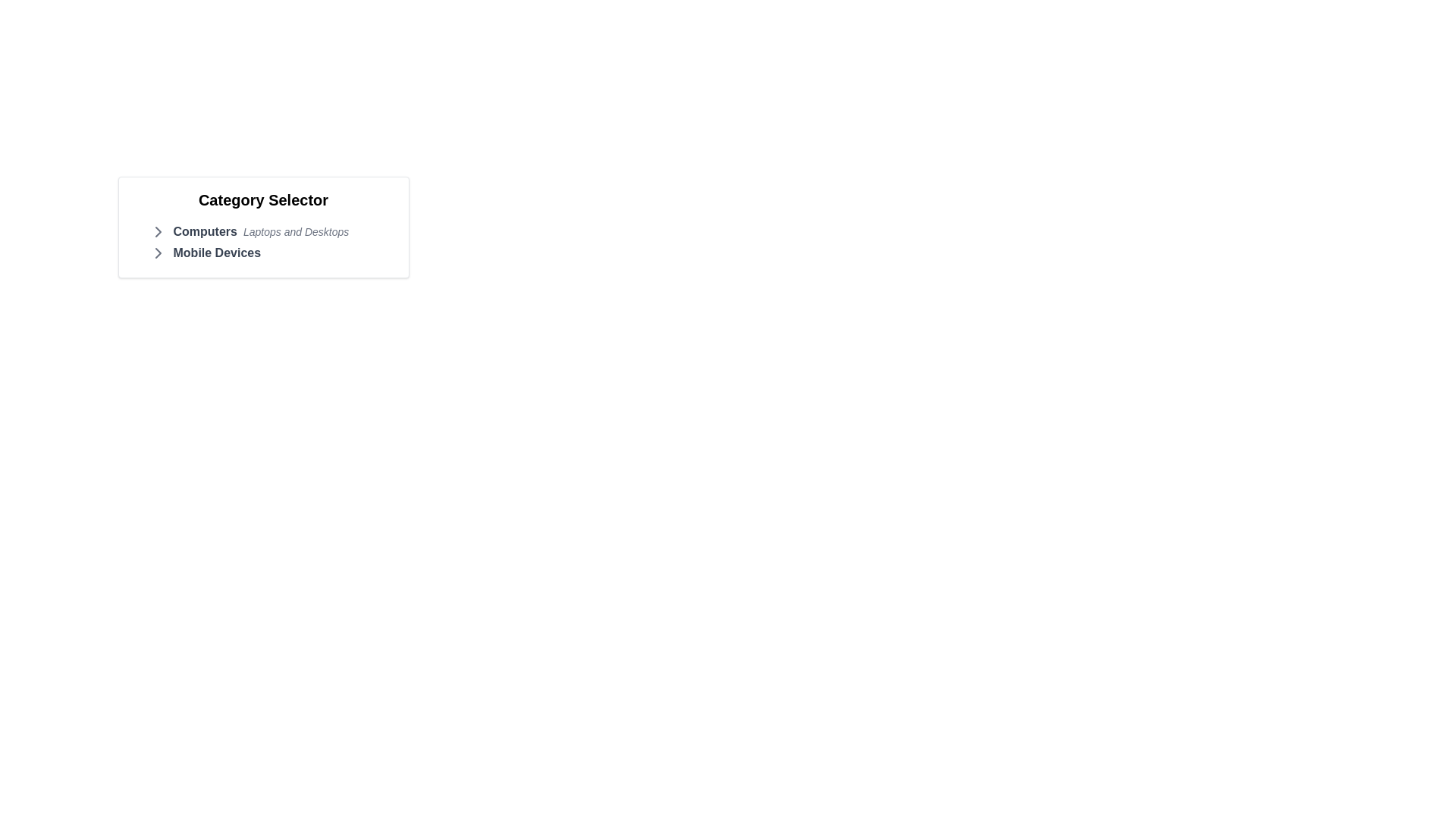  What do you see at coordinates (272, 253) in the screenshot?
I see `the 'Mobile Devices' category label` at bounding box center [272, 253].